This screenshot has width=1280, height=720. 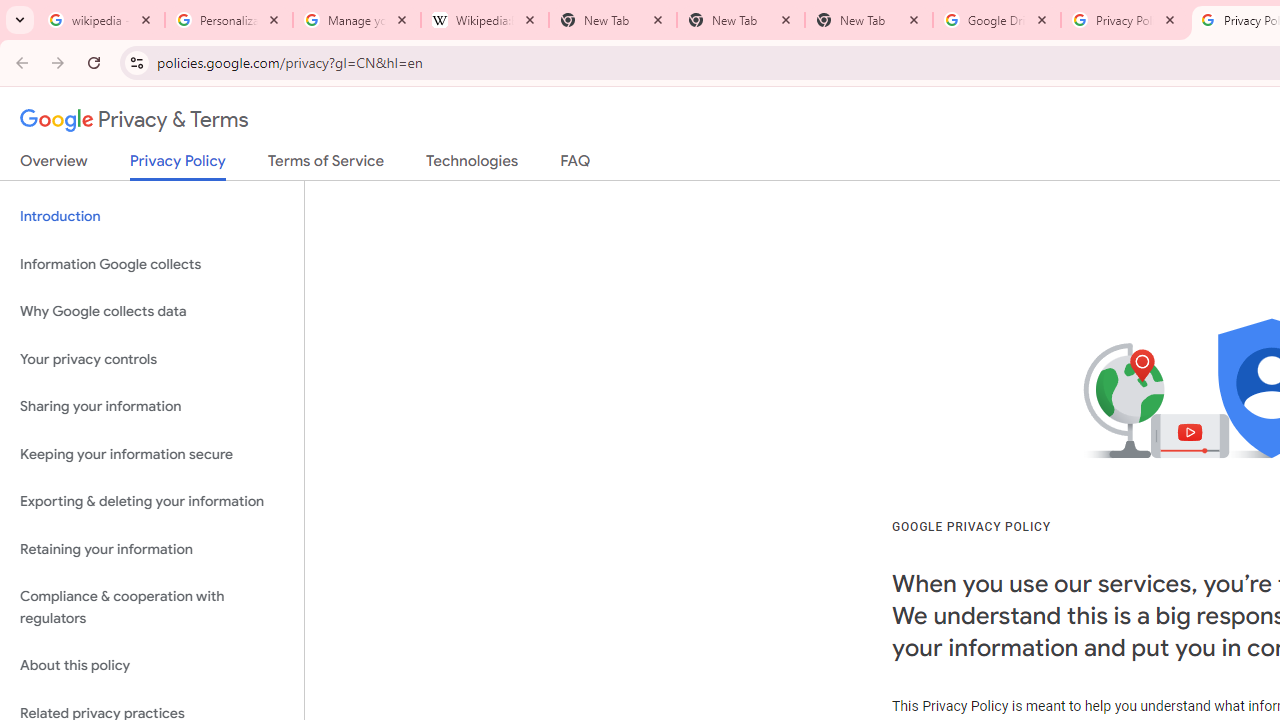 What do you see at coordinates (151, 549) in the screenshot?
I see `'Retaining your information'` at bounding box center [151, 549].